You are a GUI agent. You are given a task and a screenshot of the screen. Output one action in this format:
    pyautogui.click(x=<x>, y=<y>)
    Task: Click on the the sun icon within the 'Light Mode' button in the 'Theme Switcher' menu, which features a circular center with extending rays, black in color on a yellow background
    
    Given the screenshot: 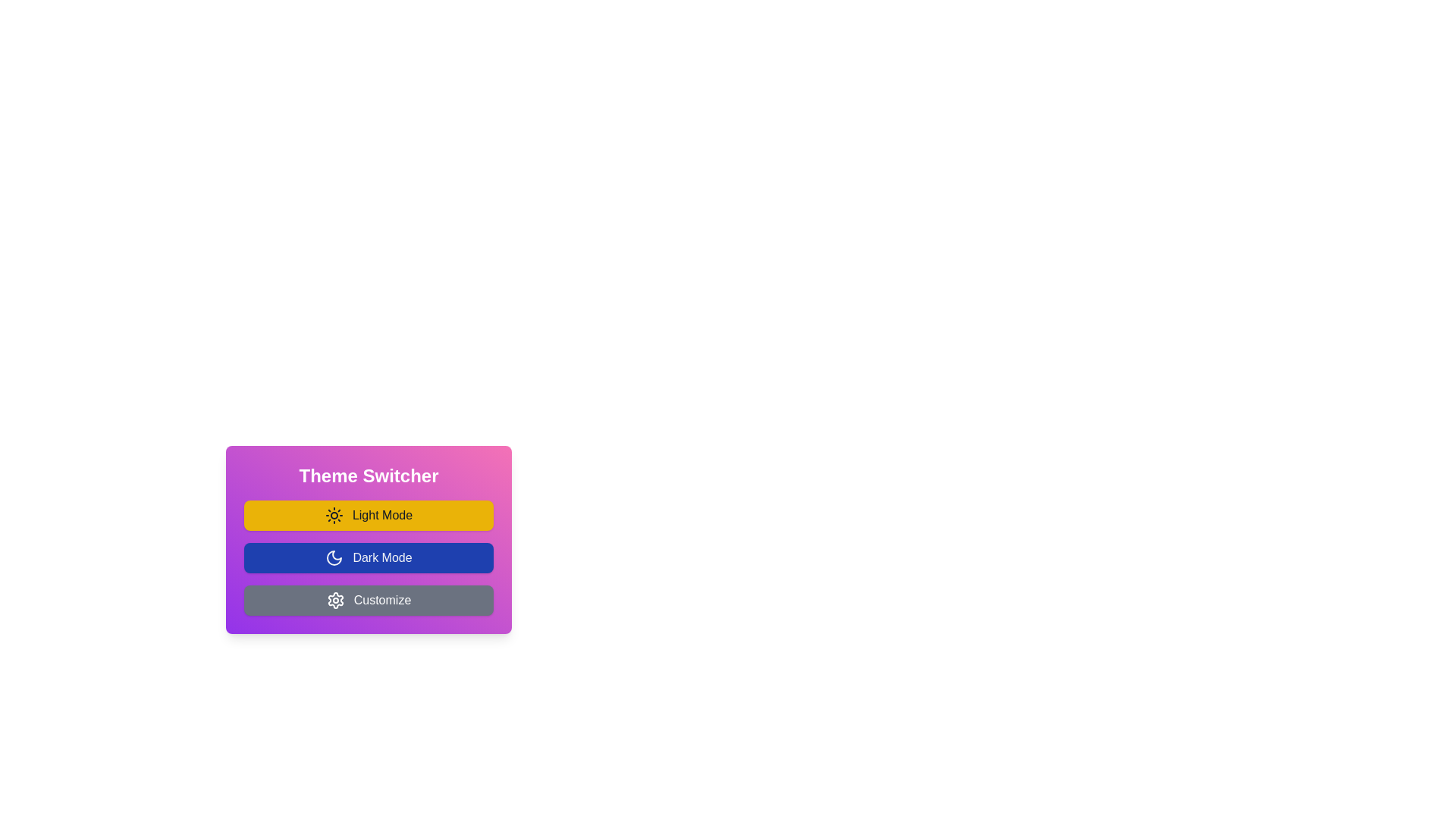 What is the action you would take?
    pyautogui.click(x=333, y=514)
    